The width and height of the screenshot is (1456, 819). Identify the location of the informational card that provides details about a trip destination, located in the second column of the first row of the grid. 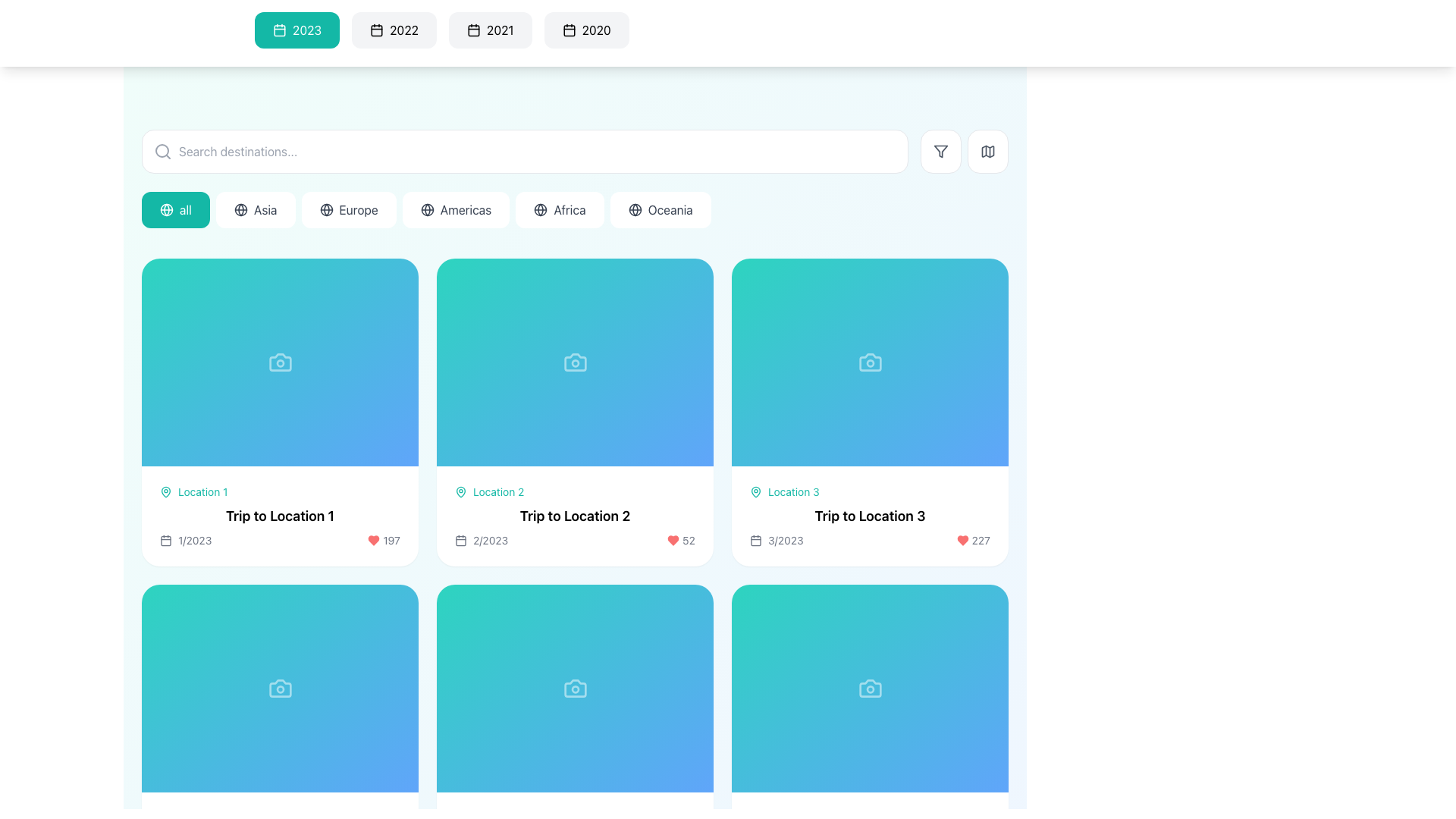
(574, 515).